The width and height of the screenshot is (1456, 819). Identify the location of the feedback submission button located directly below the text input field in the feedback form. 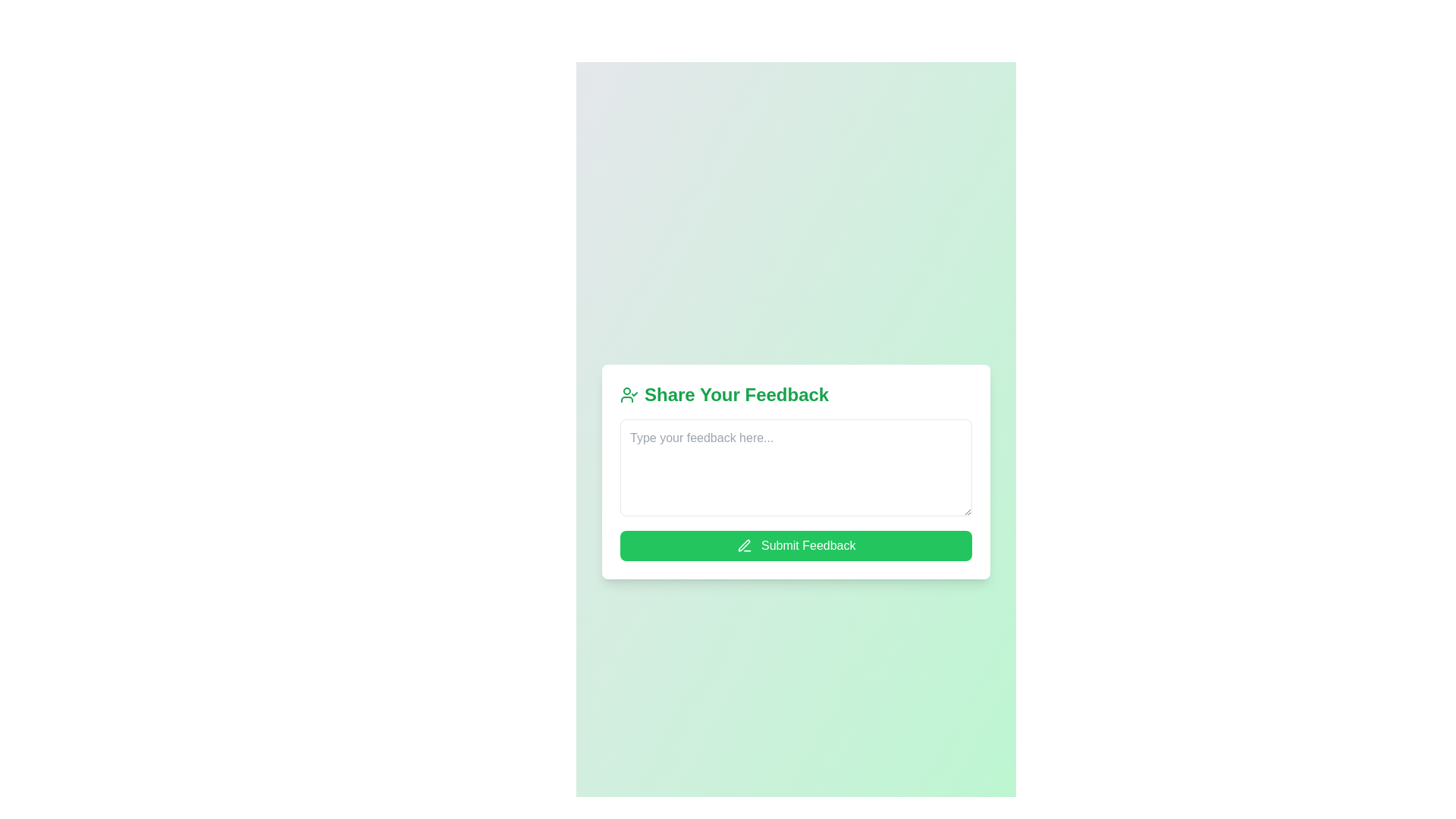
(795, 544).